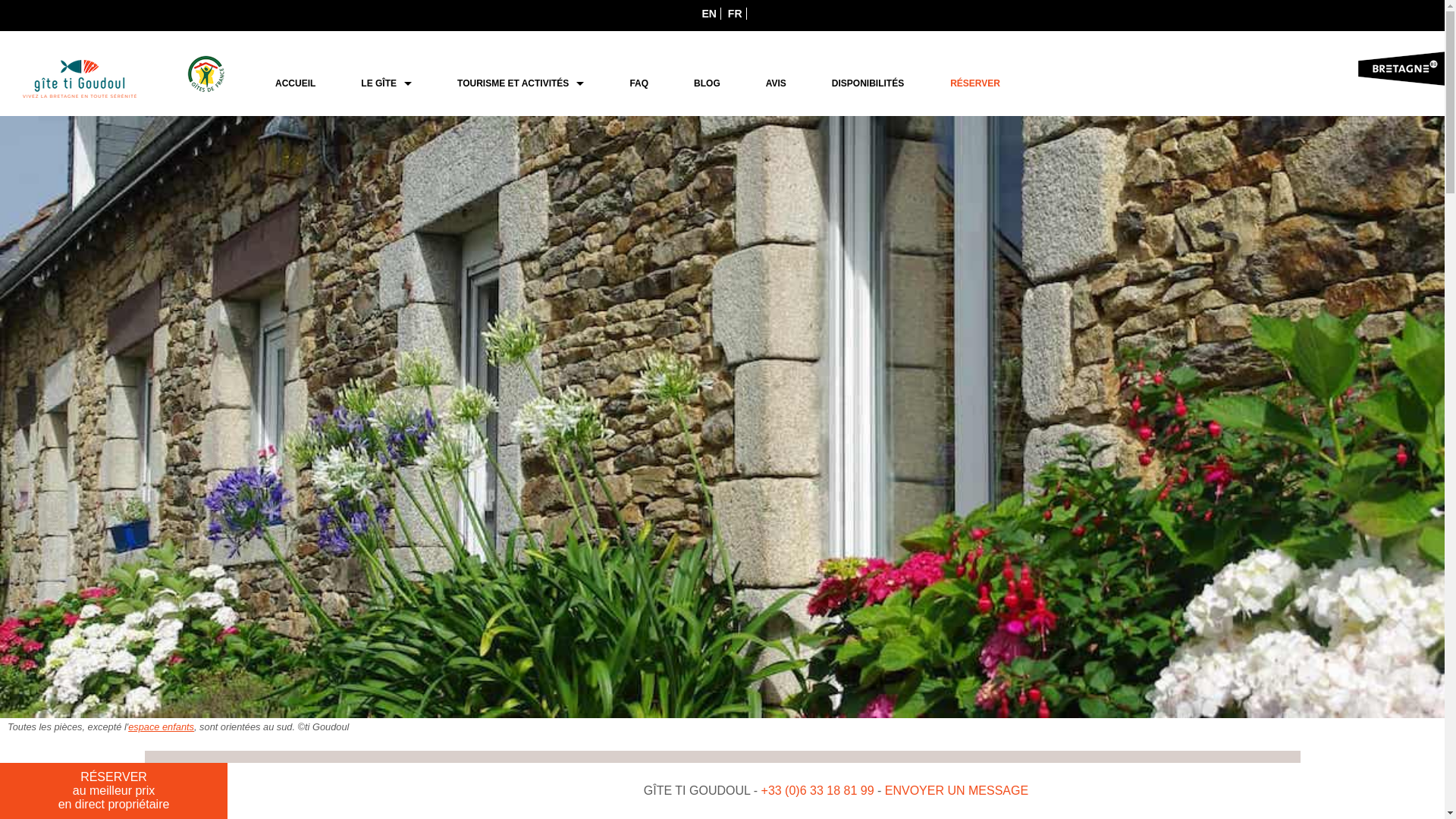 The image size is (1456, 819). What do you see at coordinates (161, 726) in the screenshot?
I see `'espace enfants'` at bounding box center [161, 726].